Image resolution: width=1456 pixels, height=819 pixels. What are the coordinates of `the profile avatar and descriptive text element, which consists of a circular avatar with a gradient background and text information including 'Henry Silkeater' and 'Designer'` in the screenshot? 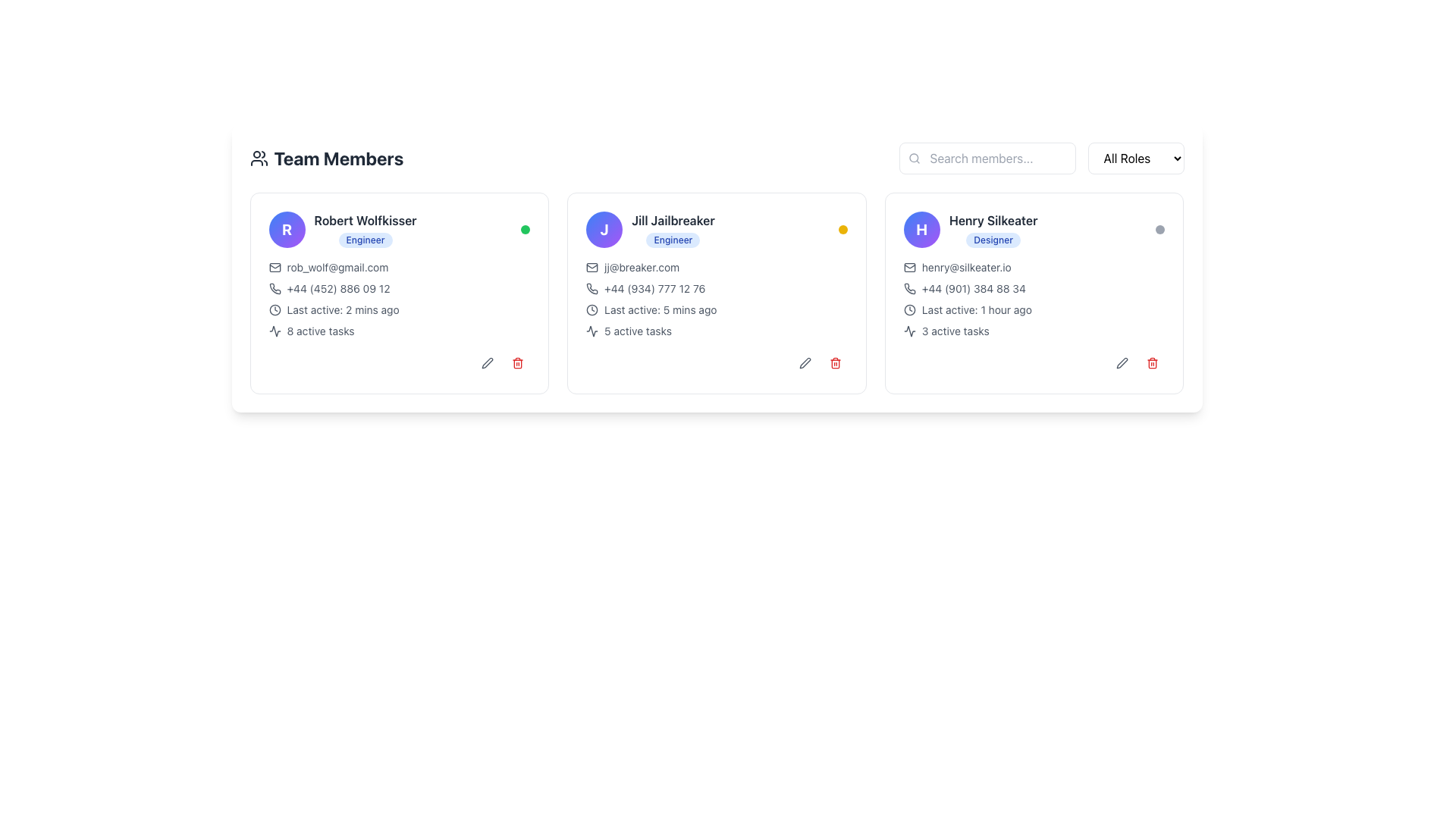 It's located at (971, 230).